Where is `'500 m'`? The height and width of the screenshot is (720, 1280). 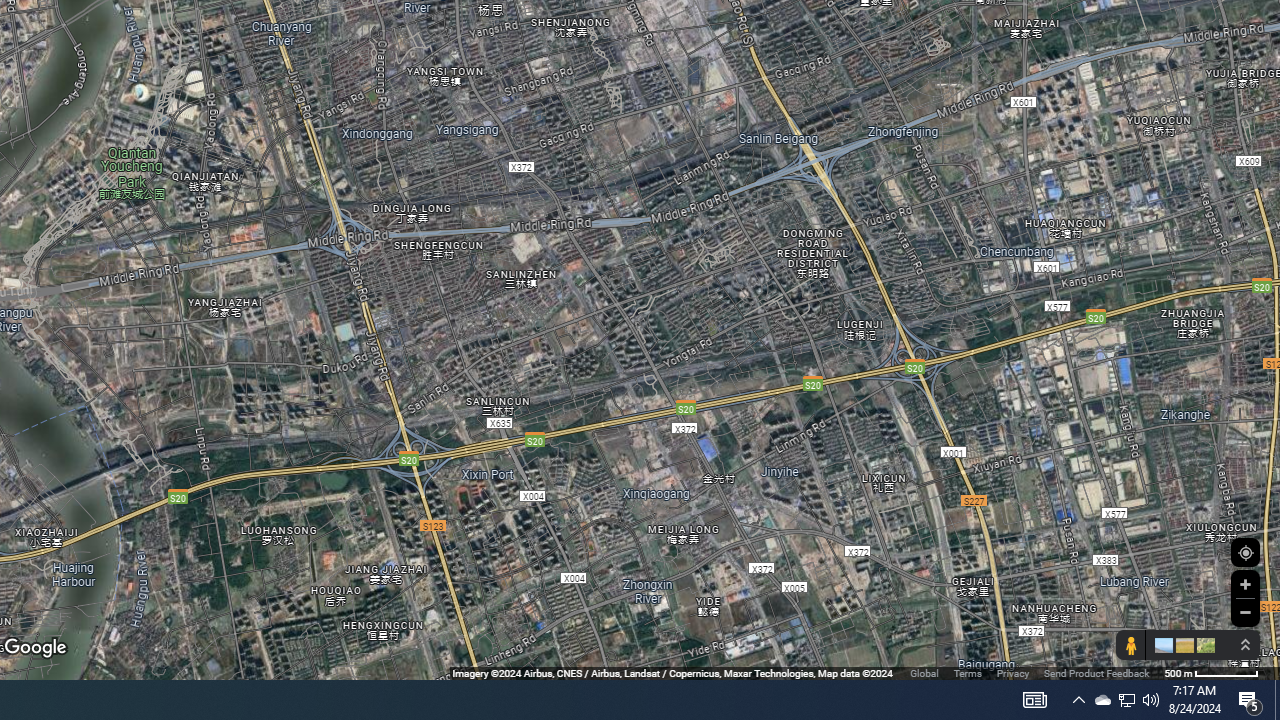
'500 m' is located at coordinates (1210, 673).